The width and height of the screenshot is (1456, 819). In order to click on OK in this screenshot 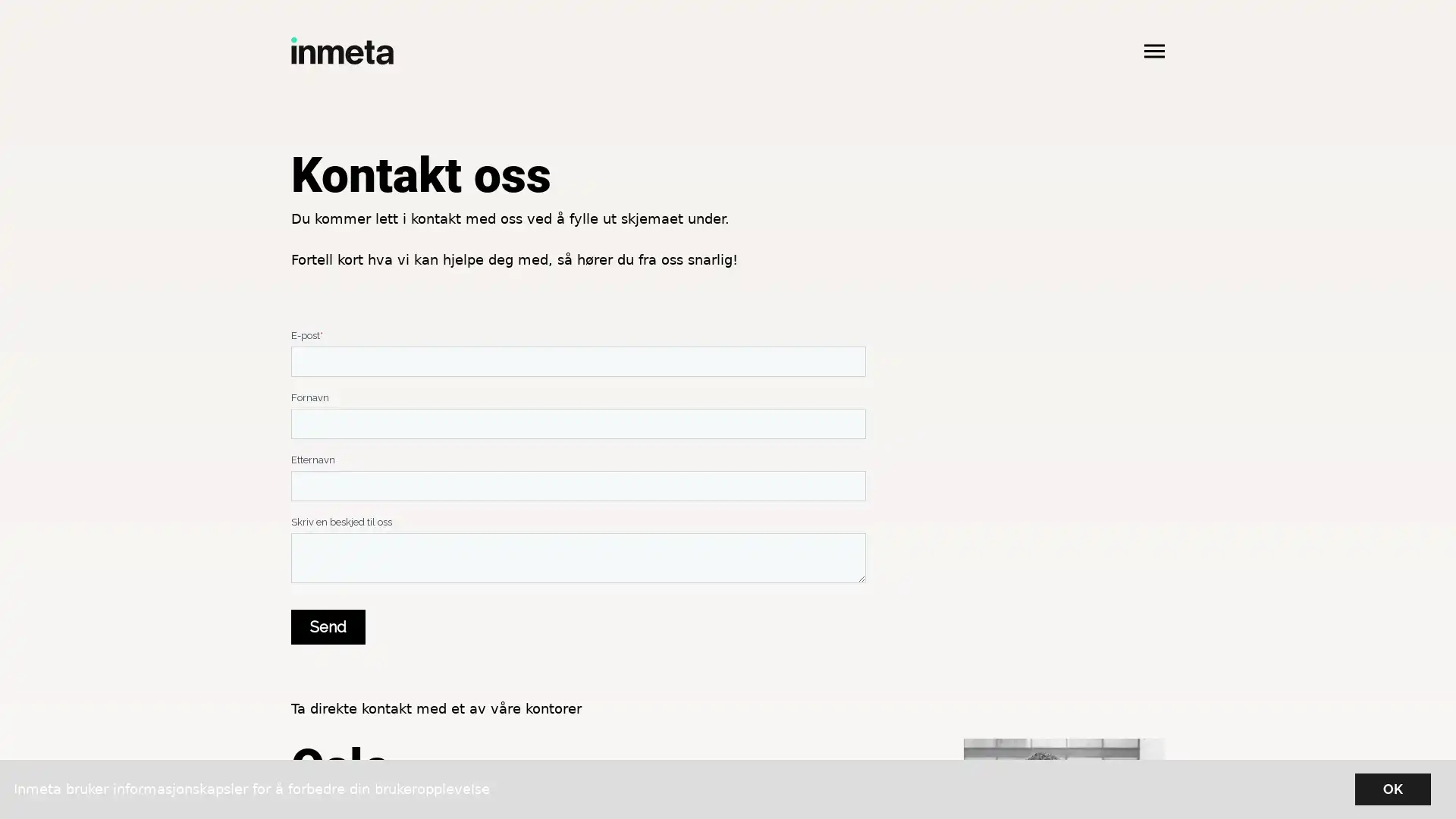, I will do `click(1393, 788)`.